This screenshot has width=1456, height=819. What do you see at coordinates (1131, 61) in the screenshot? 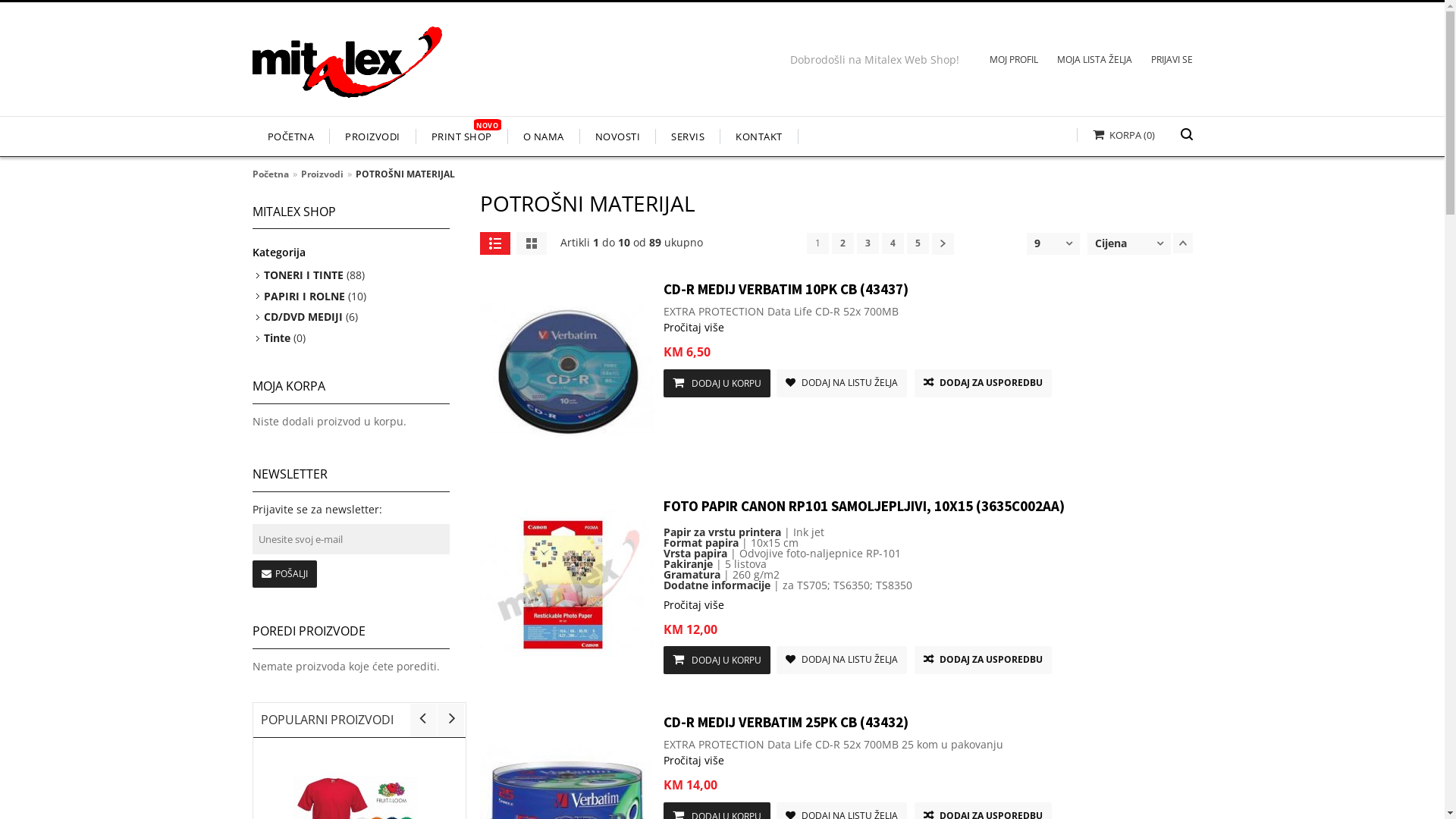
I see `'PRIJAVI SE'` at bounding box center [1131, 61].